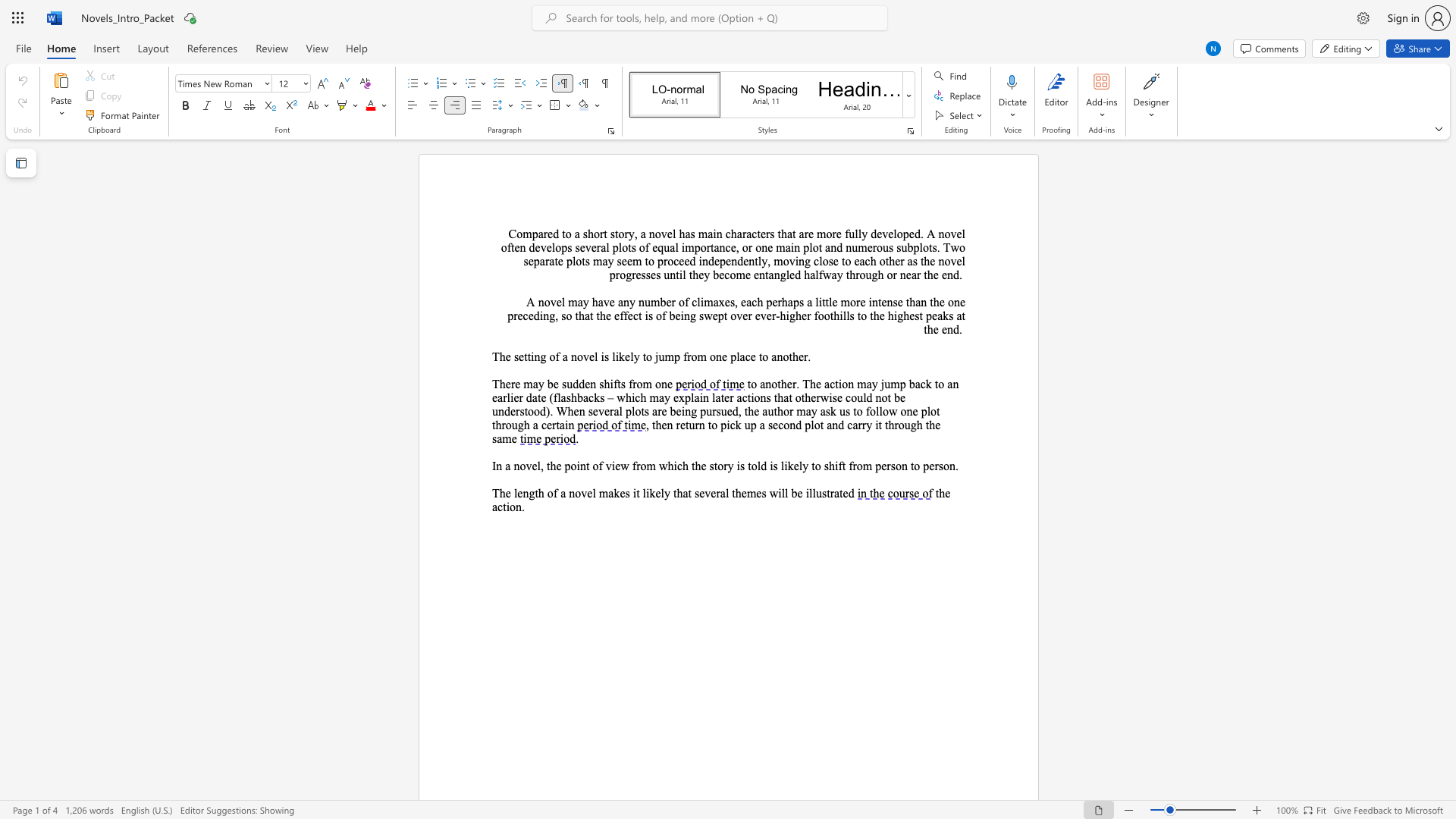 The image size is (1456, 819). I want to click on the subset text "ne m" within the text "Compared to a short story, a novel has main characters that are more fully developed. A novel often develops several plots of equal importance, or one main plot and", so click(761, 246).